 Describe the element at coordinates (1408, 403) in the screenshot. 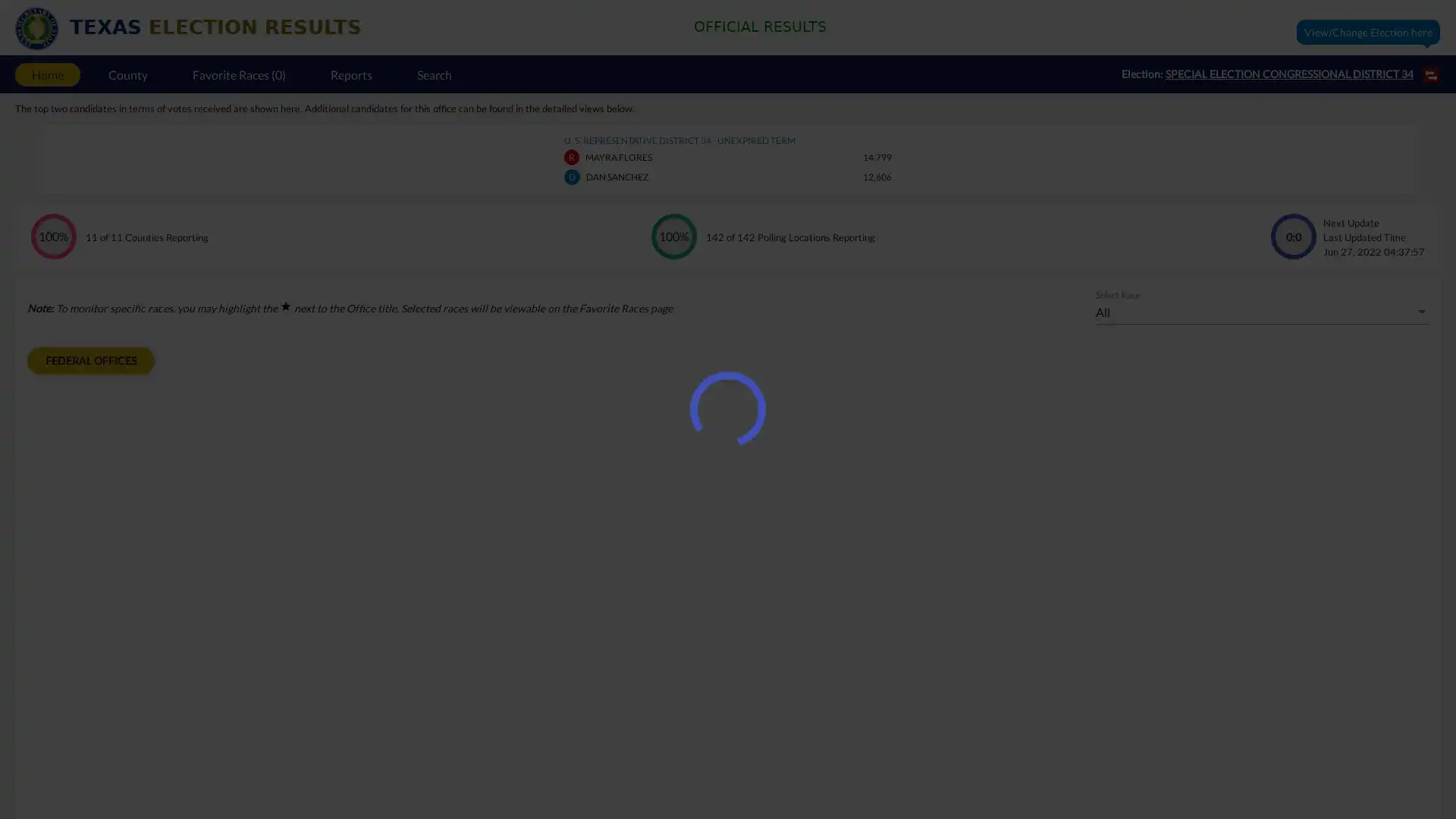

I see `Pie Chart mode data representation` at that location.